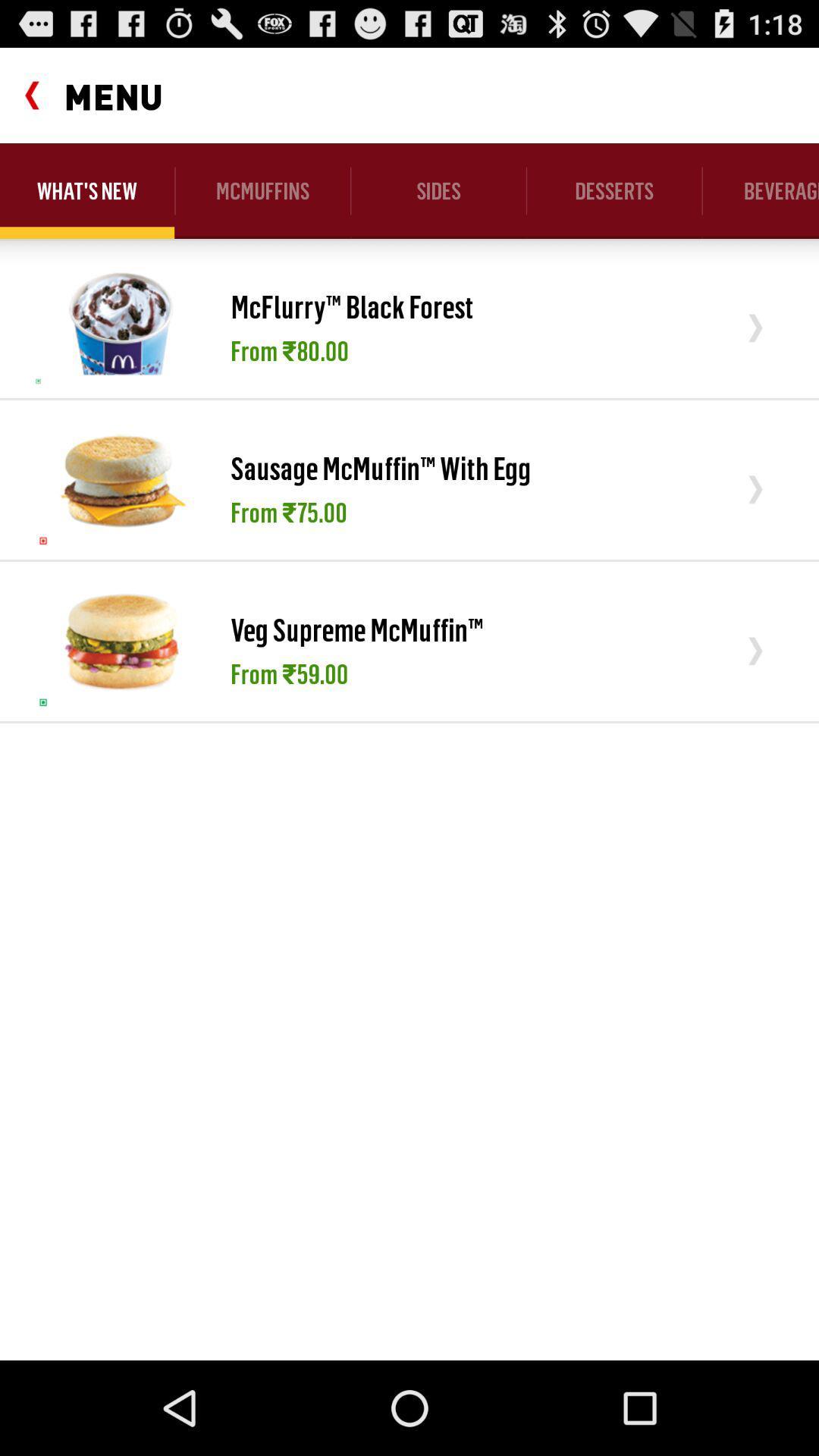 This screenshot has width=819, height=1456. I want to click on item next to sausage mcmuffin with, so click(121, 479).